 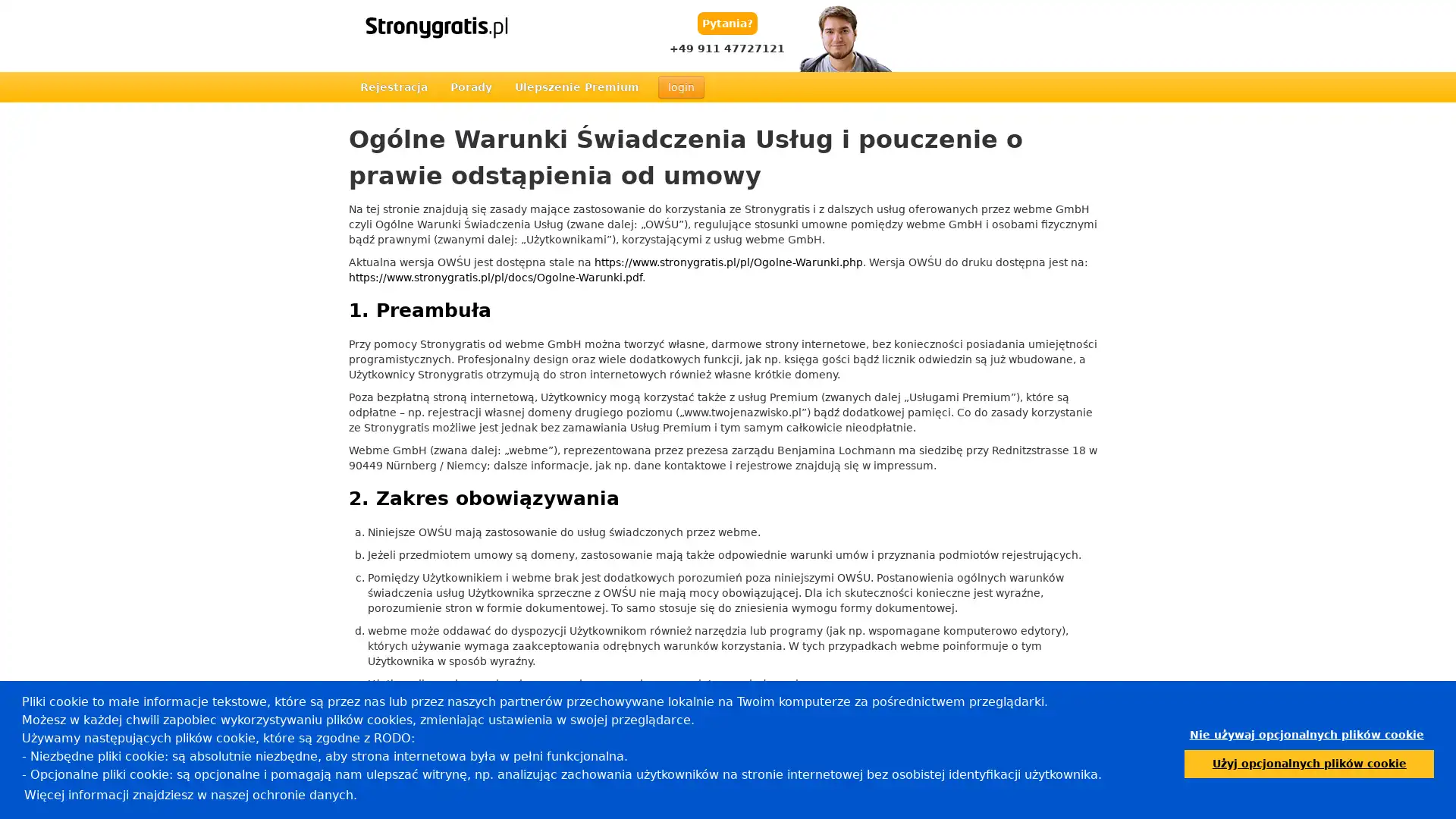 I want to click on allow cookies, so click(x=1308, y=763).